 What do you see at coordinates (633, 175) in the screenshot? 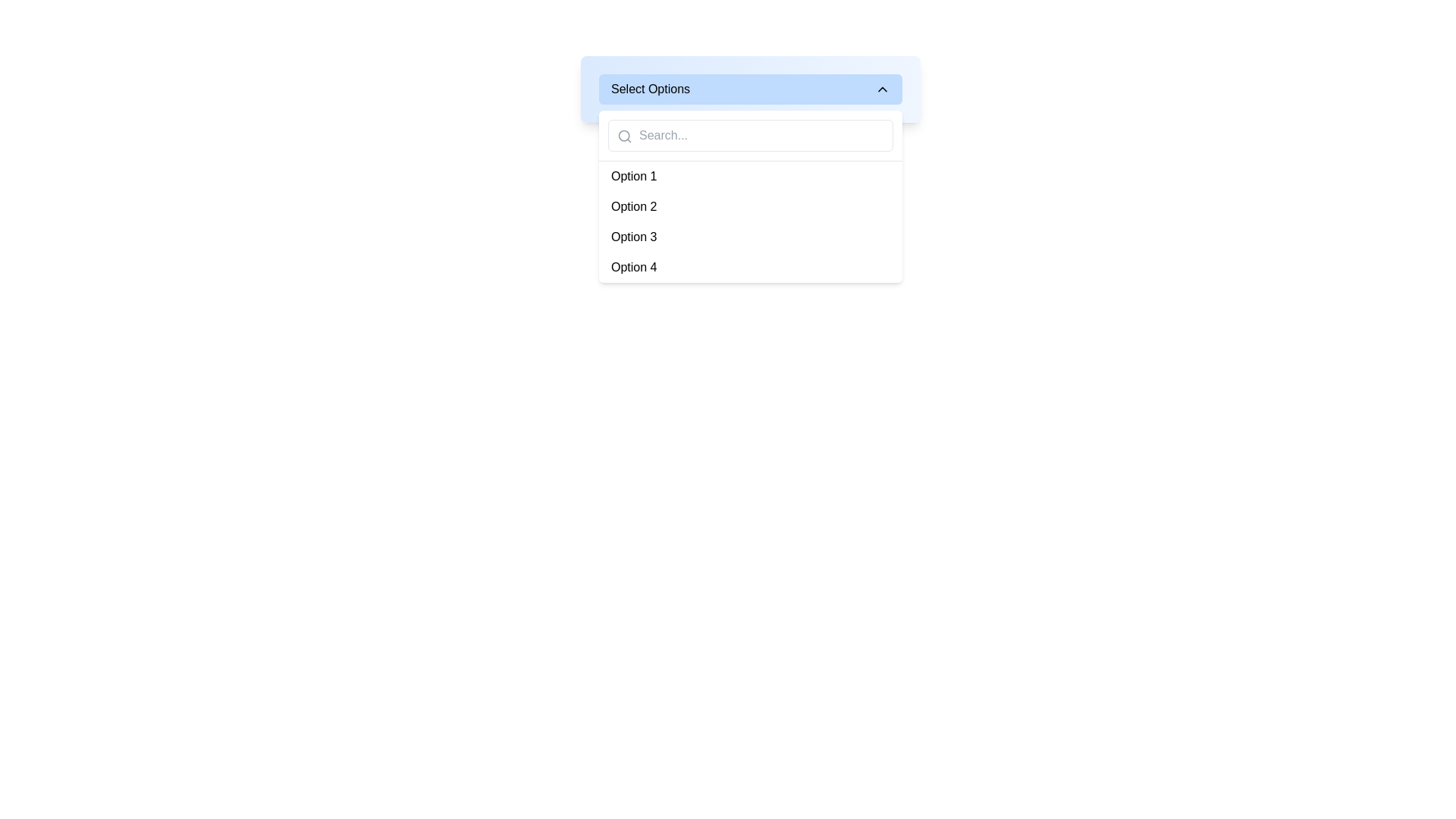
I see `the first option in the dropdown menu labeled 'Select Options'` at bounding box center [633, 175].